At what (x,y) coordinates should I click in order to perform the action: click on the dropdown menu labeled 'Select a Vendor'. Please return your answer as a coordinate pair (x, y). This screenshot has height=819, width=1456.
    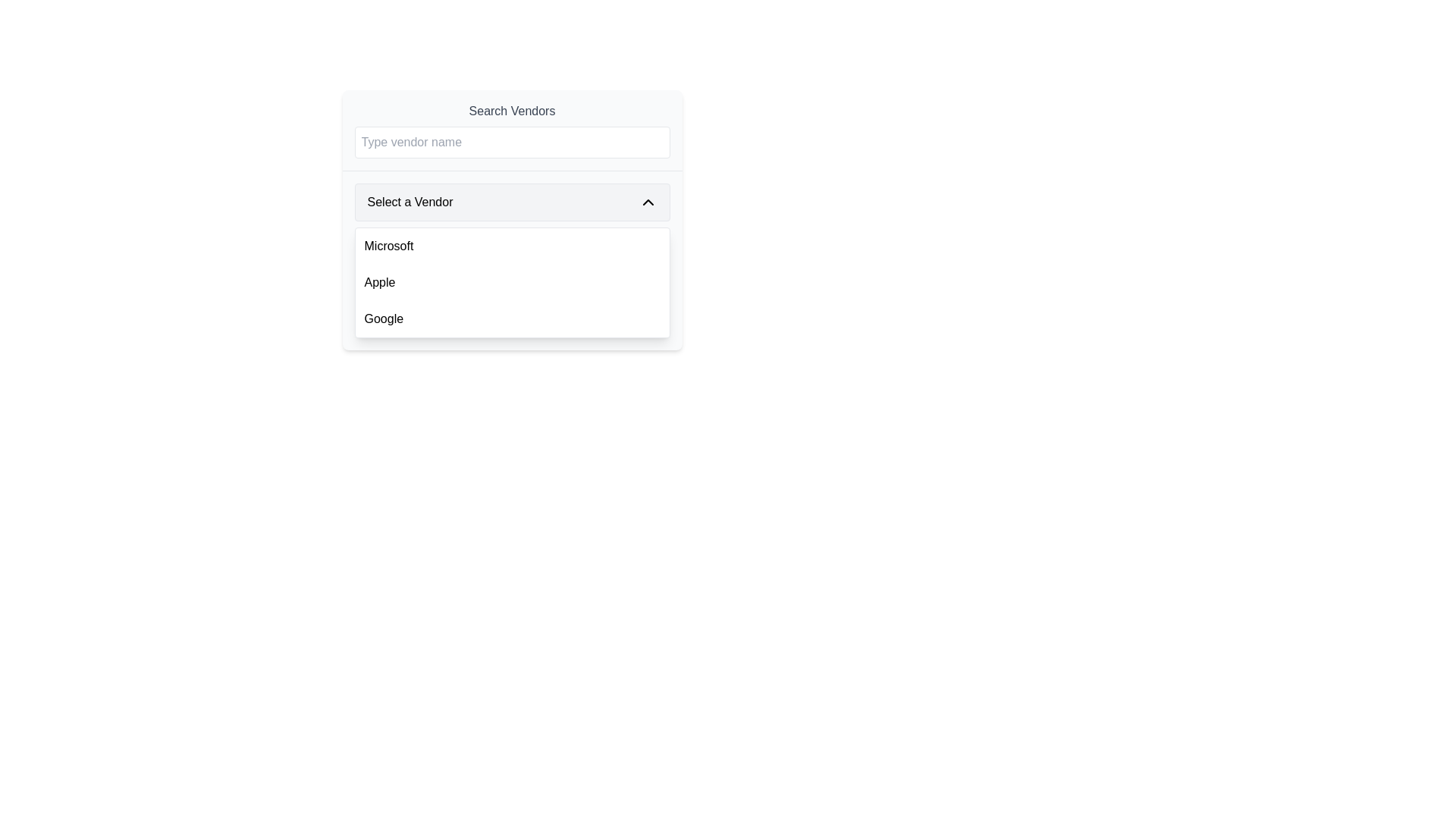
    Looking at the image, I should click on (512, 220).